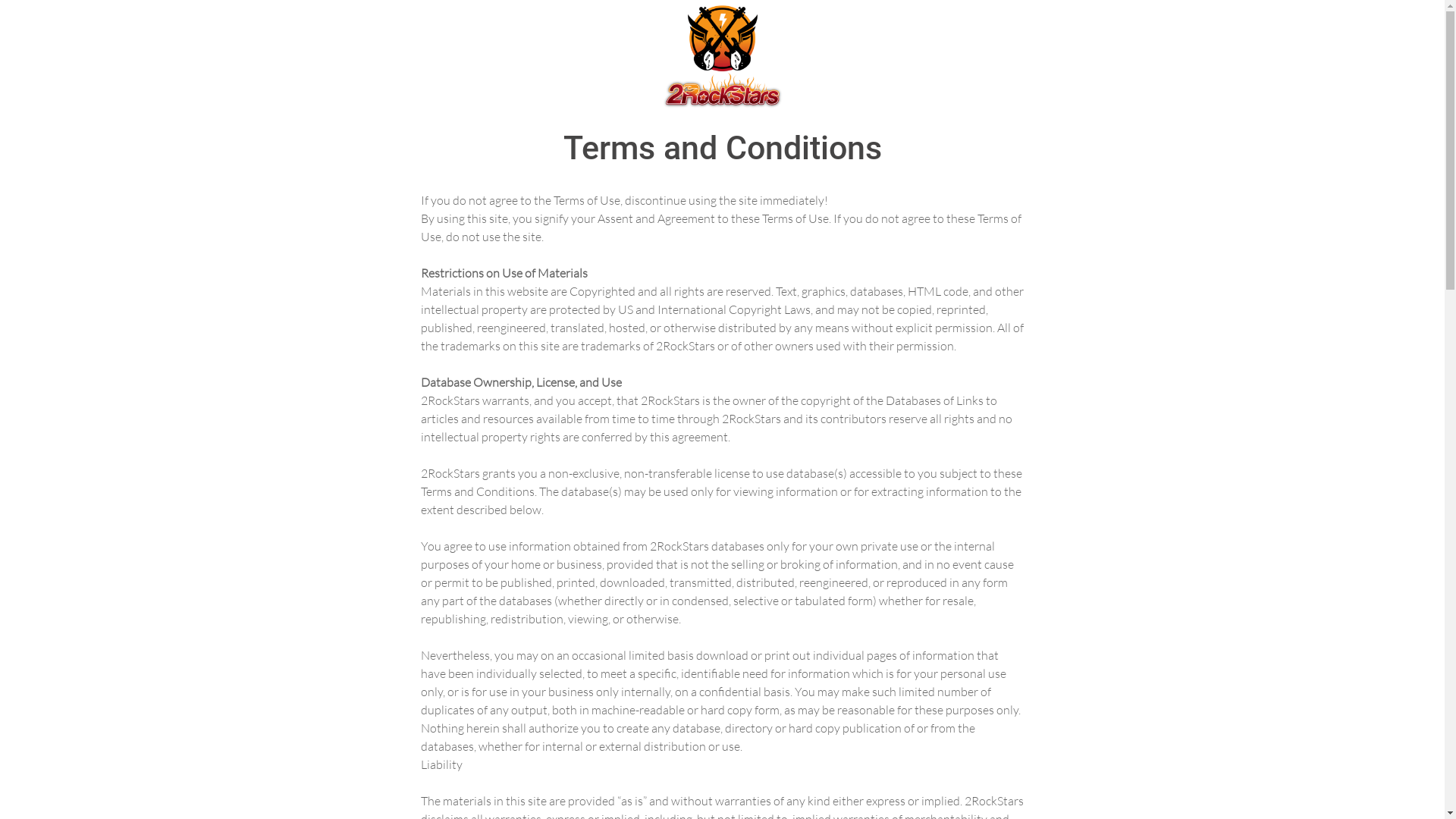  Describe the element at coordinates (720, 55) in the screenshot. I see `'23780_02'` at that location.